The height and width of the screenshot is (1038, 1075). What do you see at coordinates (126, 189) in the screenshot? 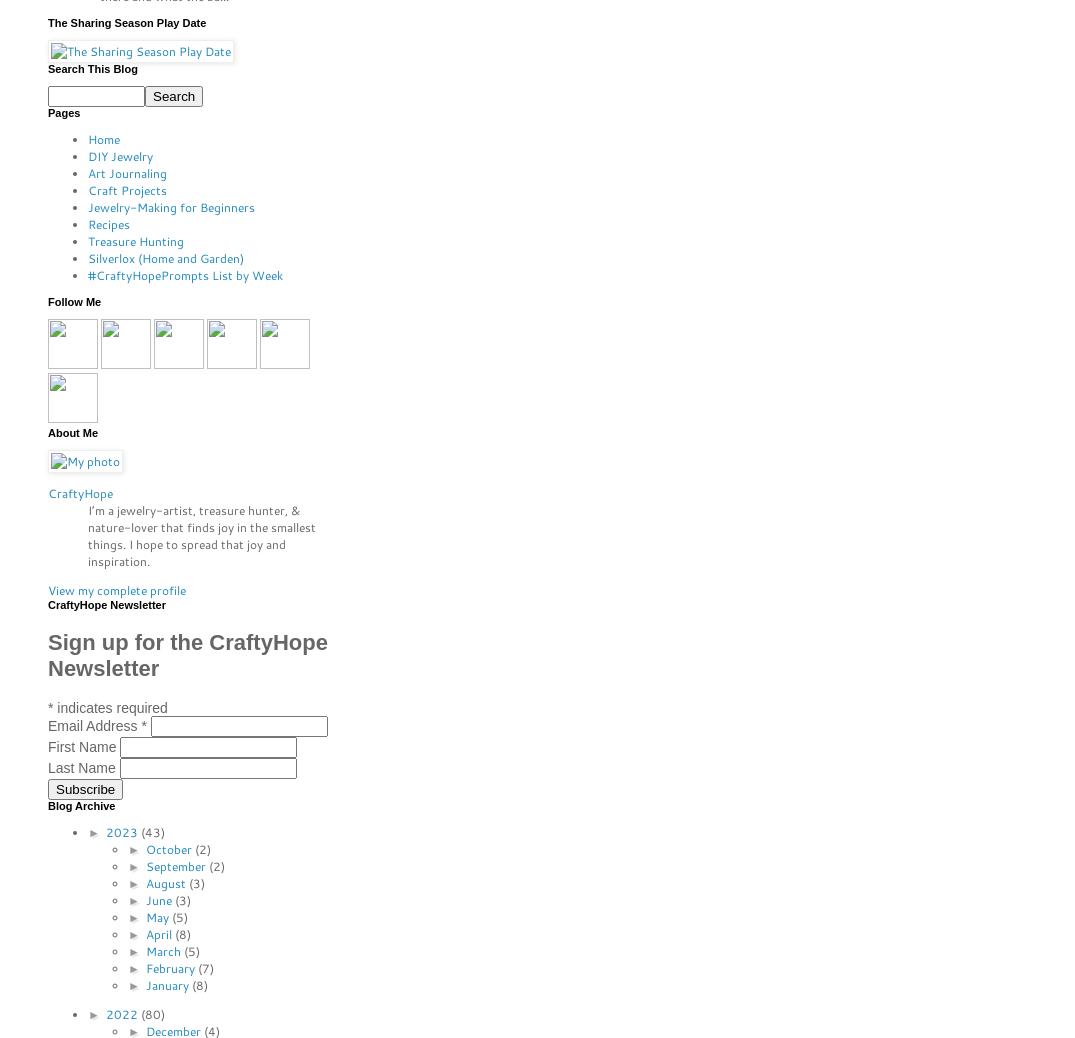
I see `'Craft Projects'` at bounding box center [126, 189].